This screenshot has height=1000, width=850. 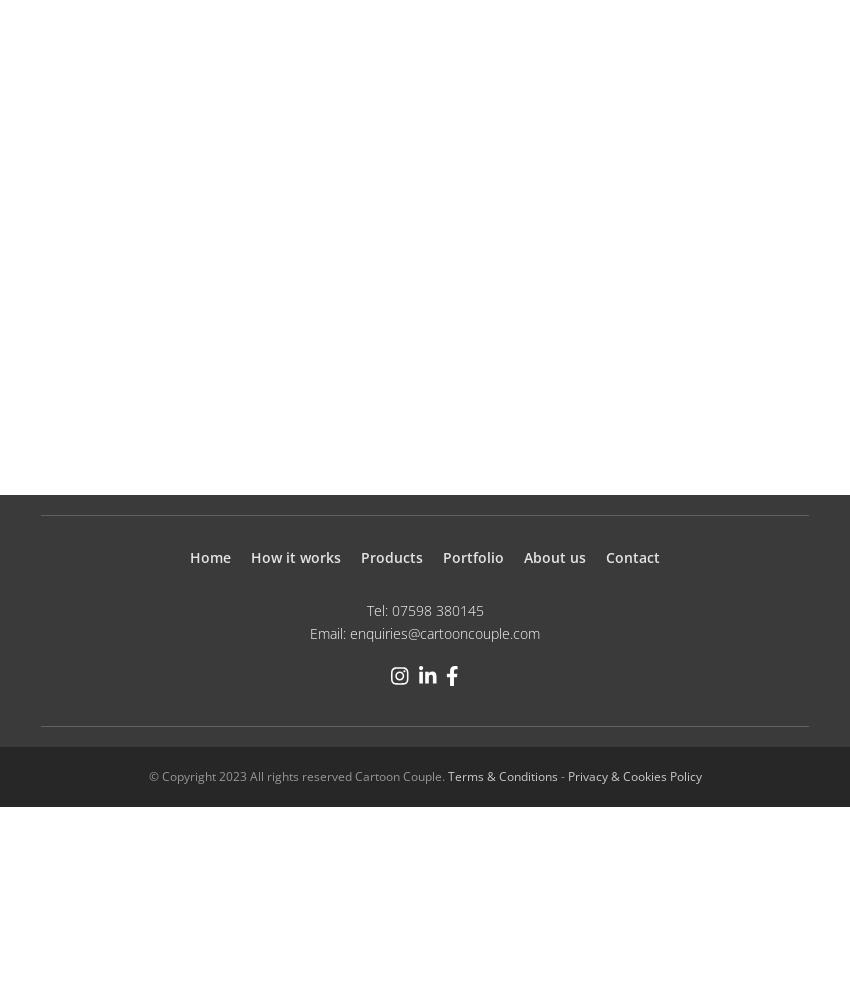 I want to click on 'Tel:', so click(x=377, y=609).